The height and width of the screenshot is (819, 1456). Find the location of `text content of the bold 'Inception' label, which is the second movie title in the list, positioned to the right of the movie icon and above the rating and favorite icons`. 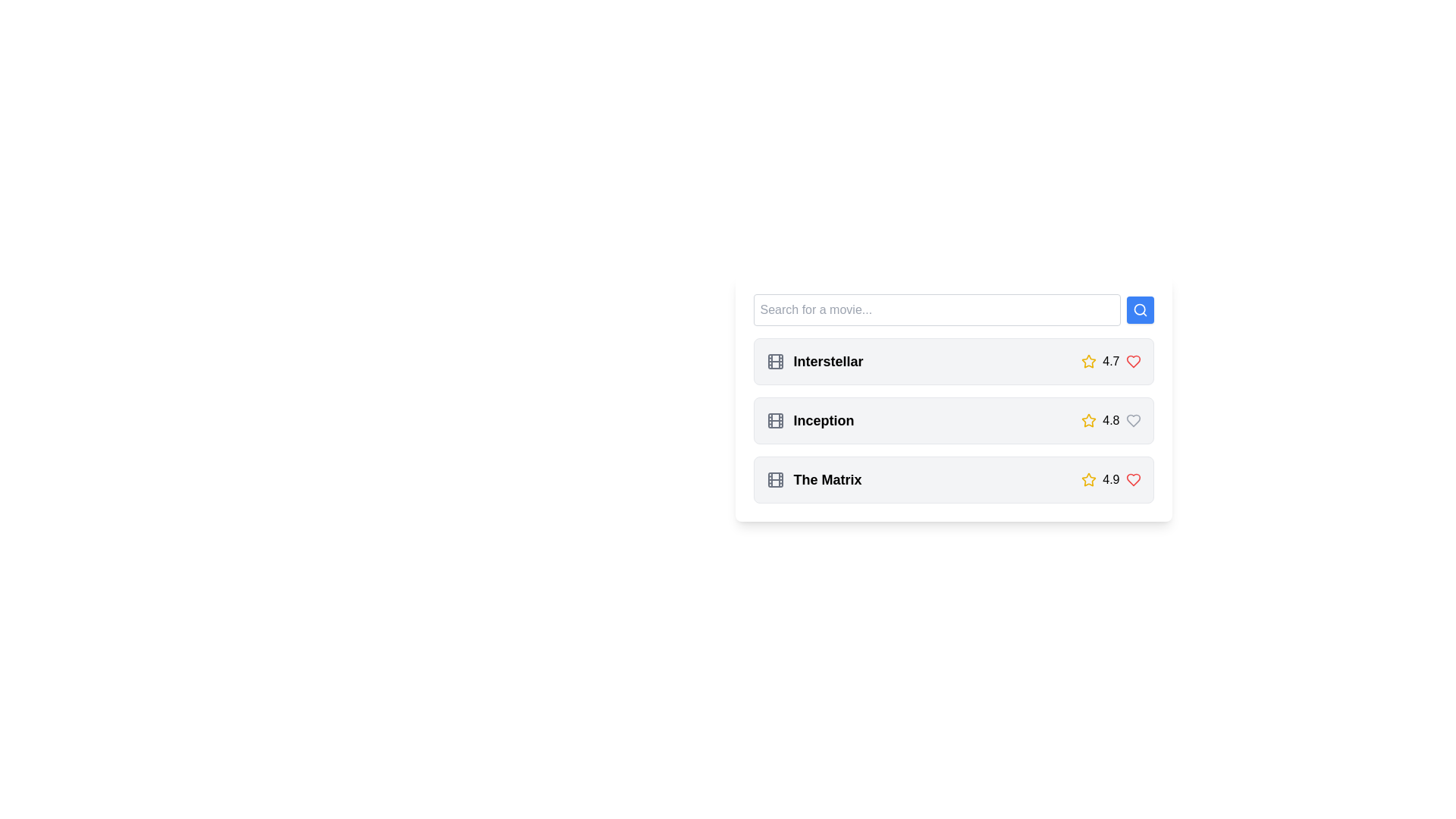

text content of the bold 'Inception' label, which is the second movie title in the list, positioned to the right of the movie icon and above the rating and favorite icons is located at coordinates (823, 421).